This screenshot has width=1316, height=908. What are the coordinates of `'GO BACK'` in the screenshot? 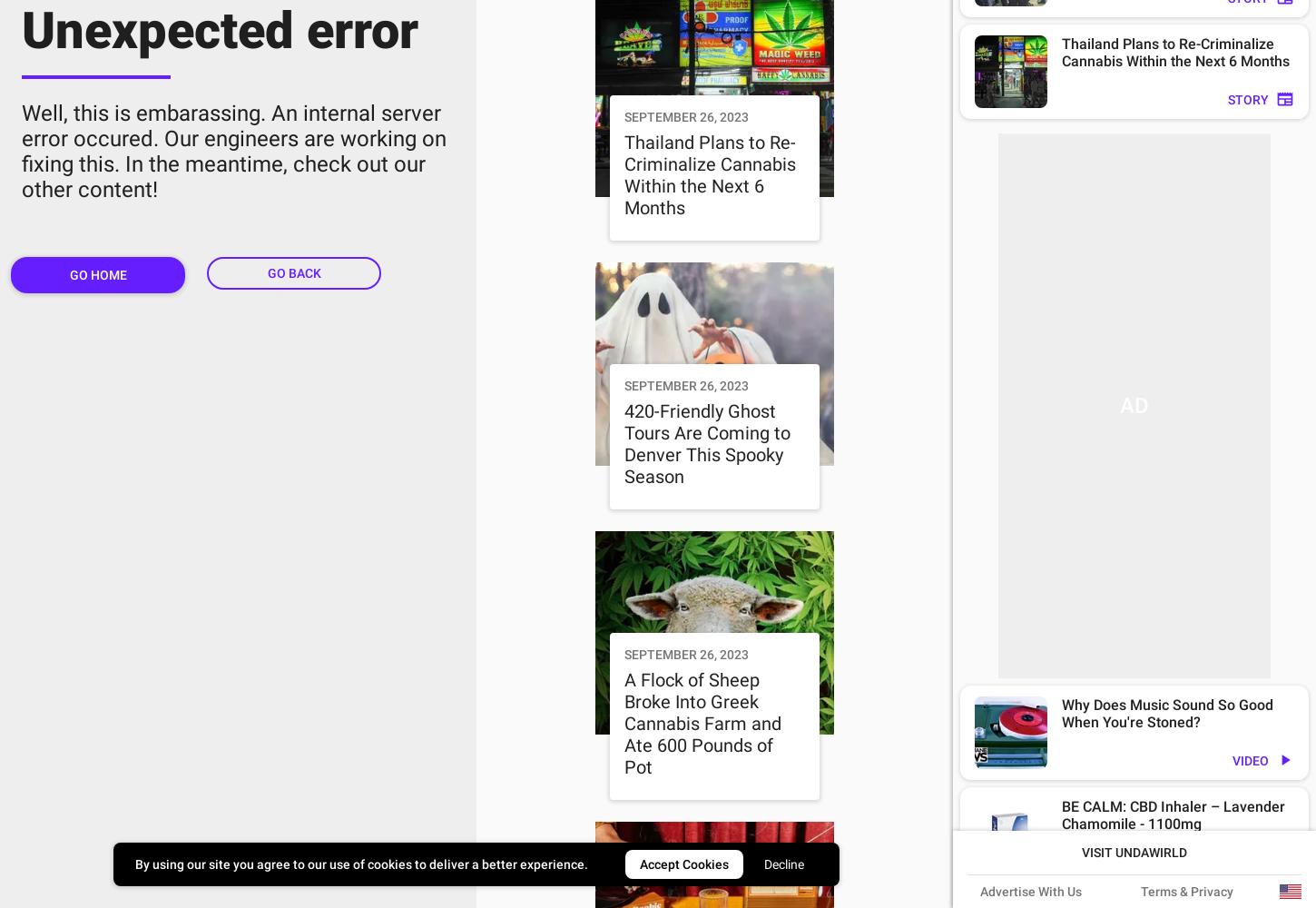 It's located at (293, 272).